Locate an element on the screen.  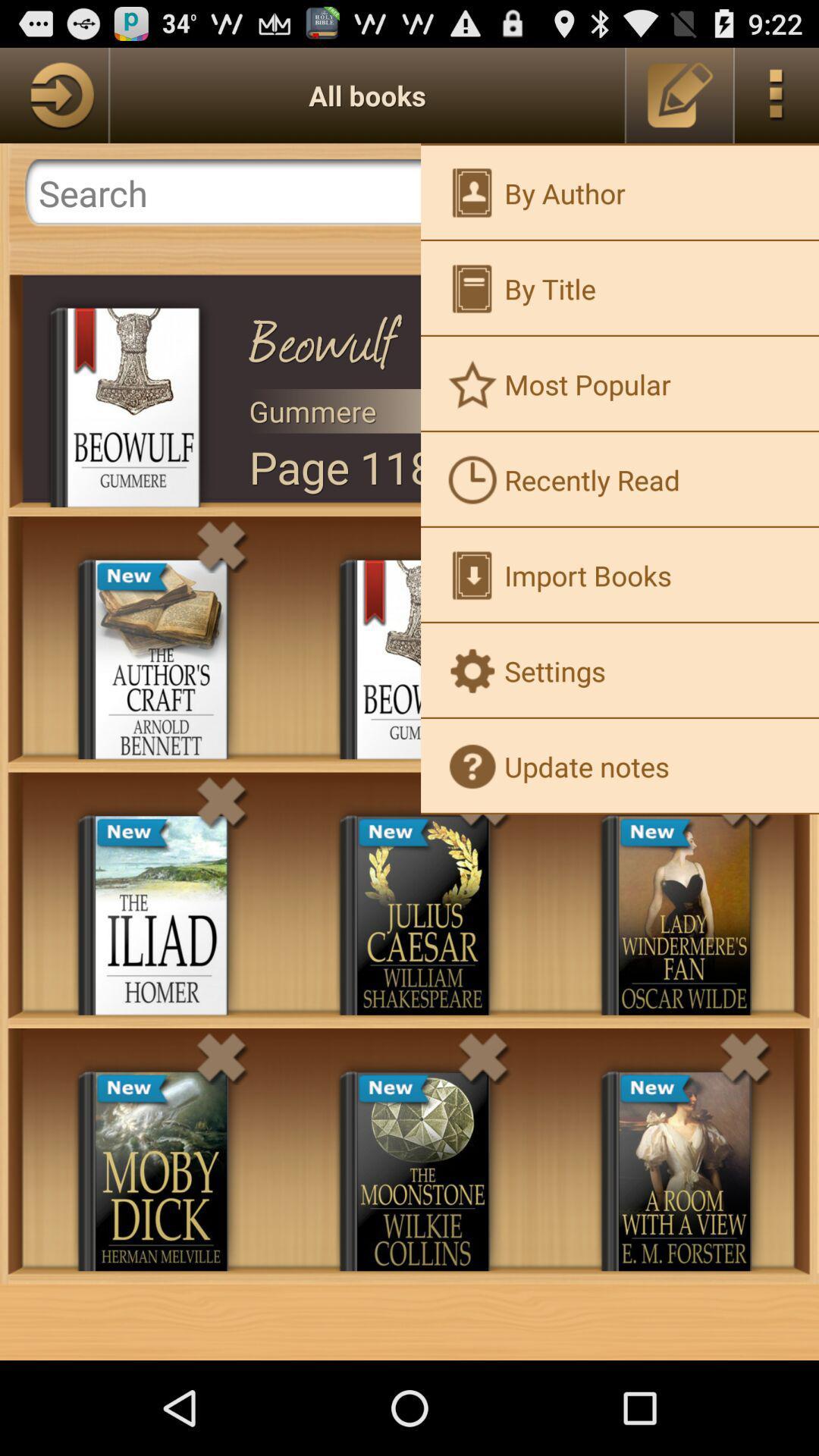
the arrow_forward icon is located at coordinates (53, 101).